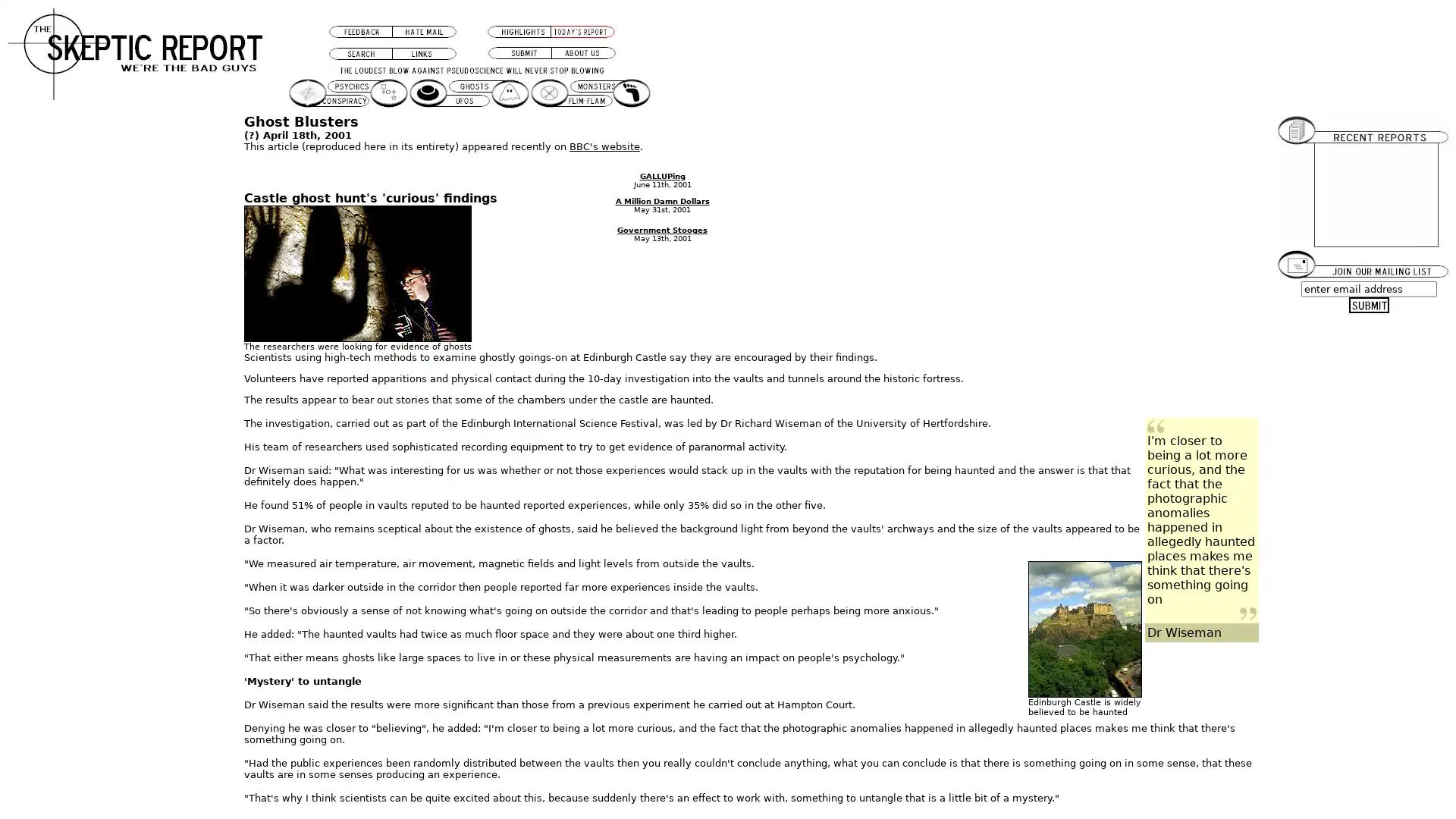 The height and width of the screenshot is (819, 1456). What do you see at coordinates (1369, 305) in the screenshot?
I see `Click here to join skepticreport` at bounding box center [1369, 305].